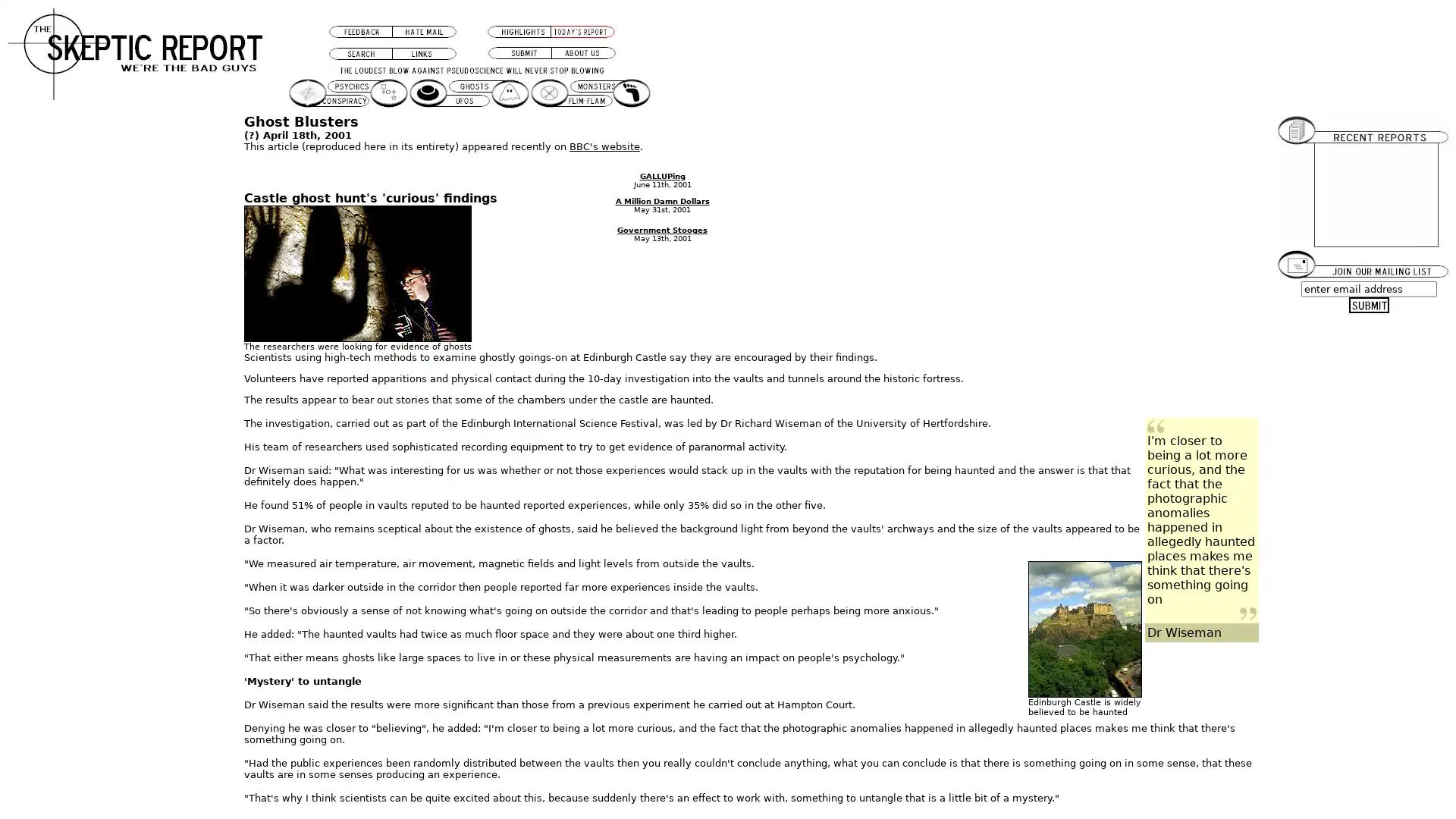 The height and width of the screenshot is (819, 1456). What do you see at coordinates (1369, 305) in the screenshot?
I see `Click here to join skepticreport` at bounding box center [1369, 305].